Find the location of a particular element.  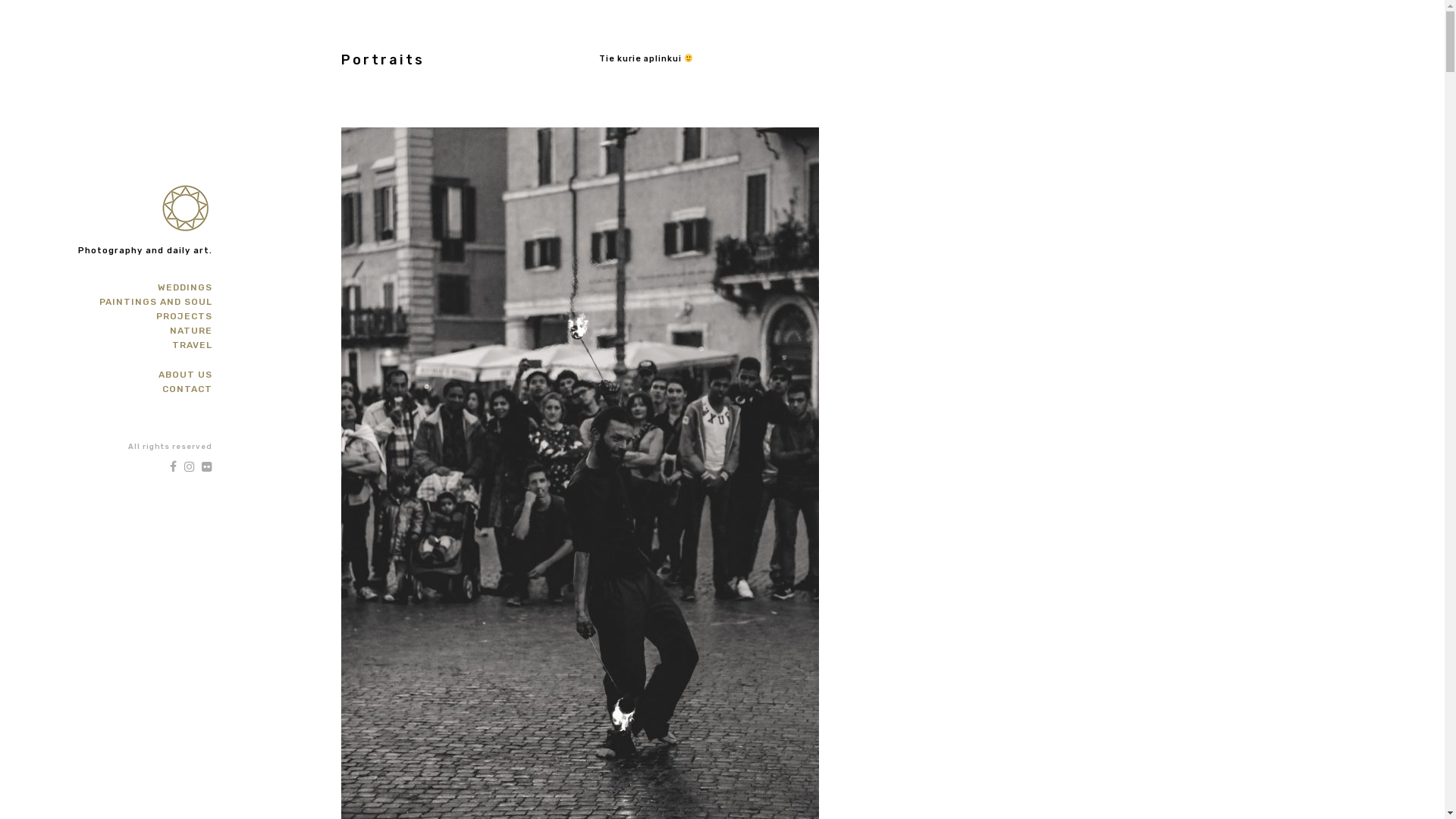

'PROJECTS' is located at coordinates (156, 315).